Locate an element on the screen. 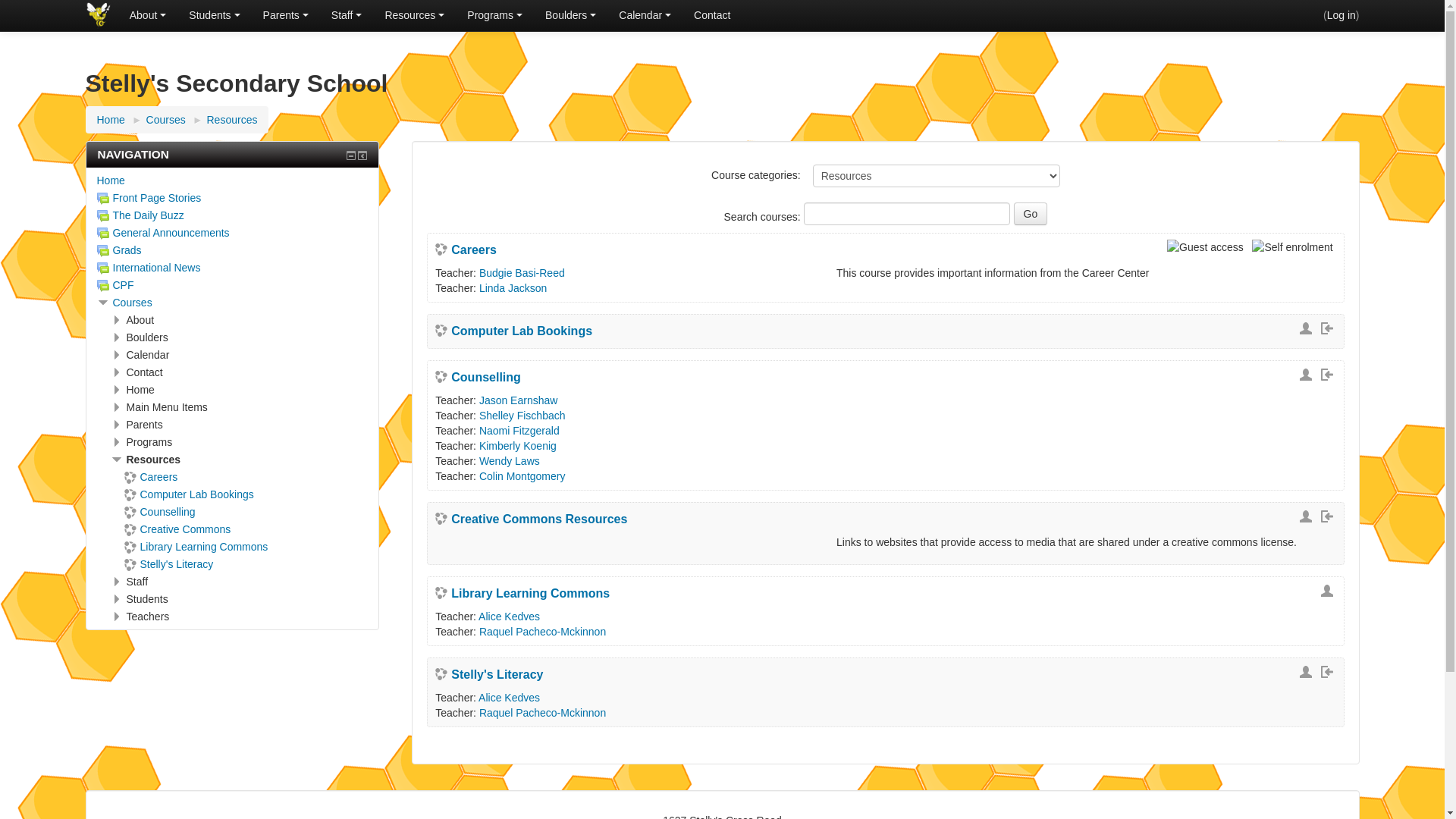  'Wendy Laws' is located at coordinates (510, 460).